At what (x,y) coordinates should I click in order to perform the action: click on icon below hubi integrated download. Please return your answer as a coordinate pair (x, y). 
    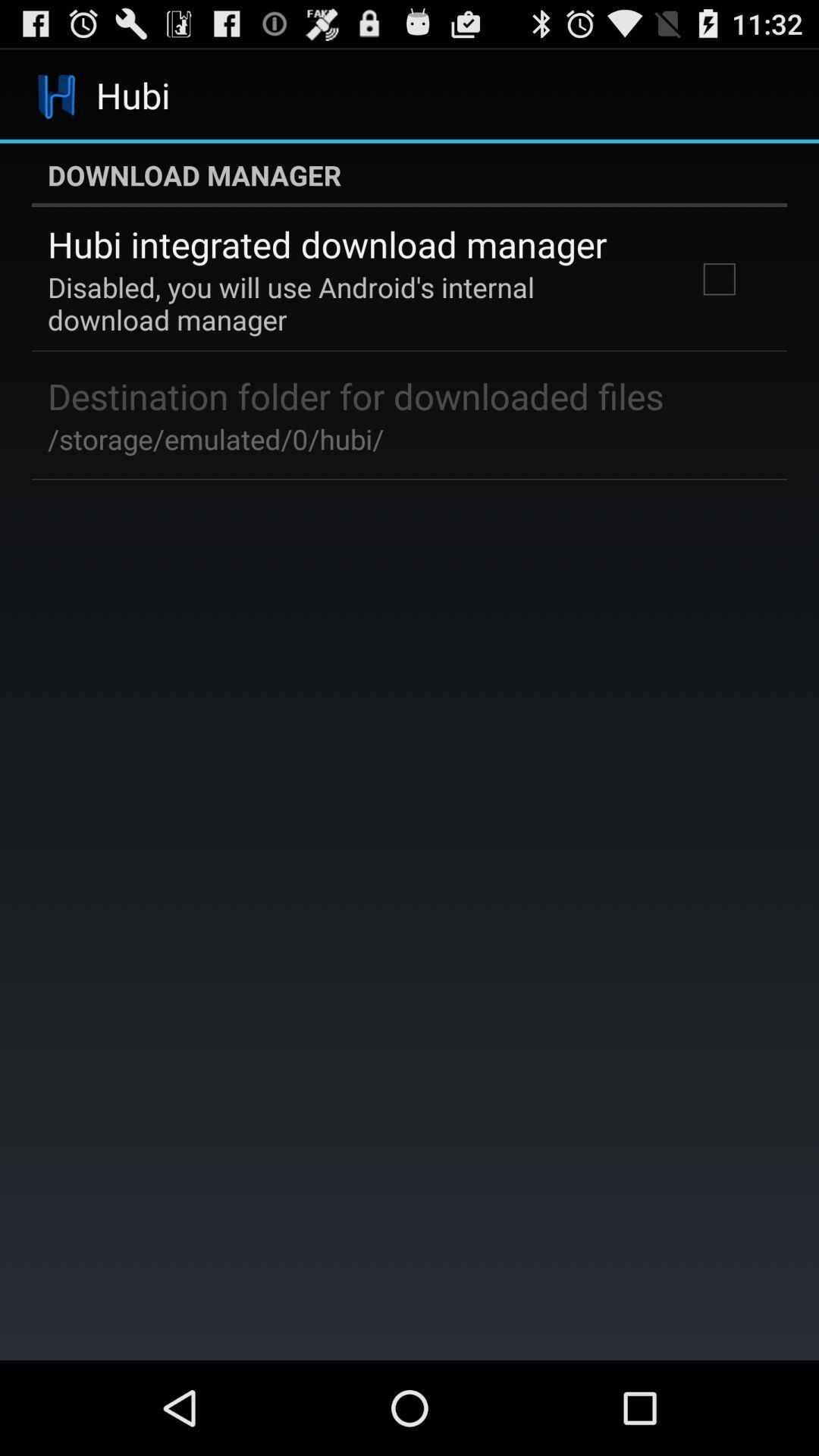
    Looking at the image, I should click on (351, 303).